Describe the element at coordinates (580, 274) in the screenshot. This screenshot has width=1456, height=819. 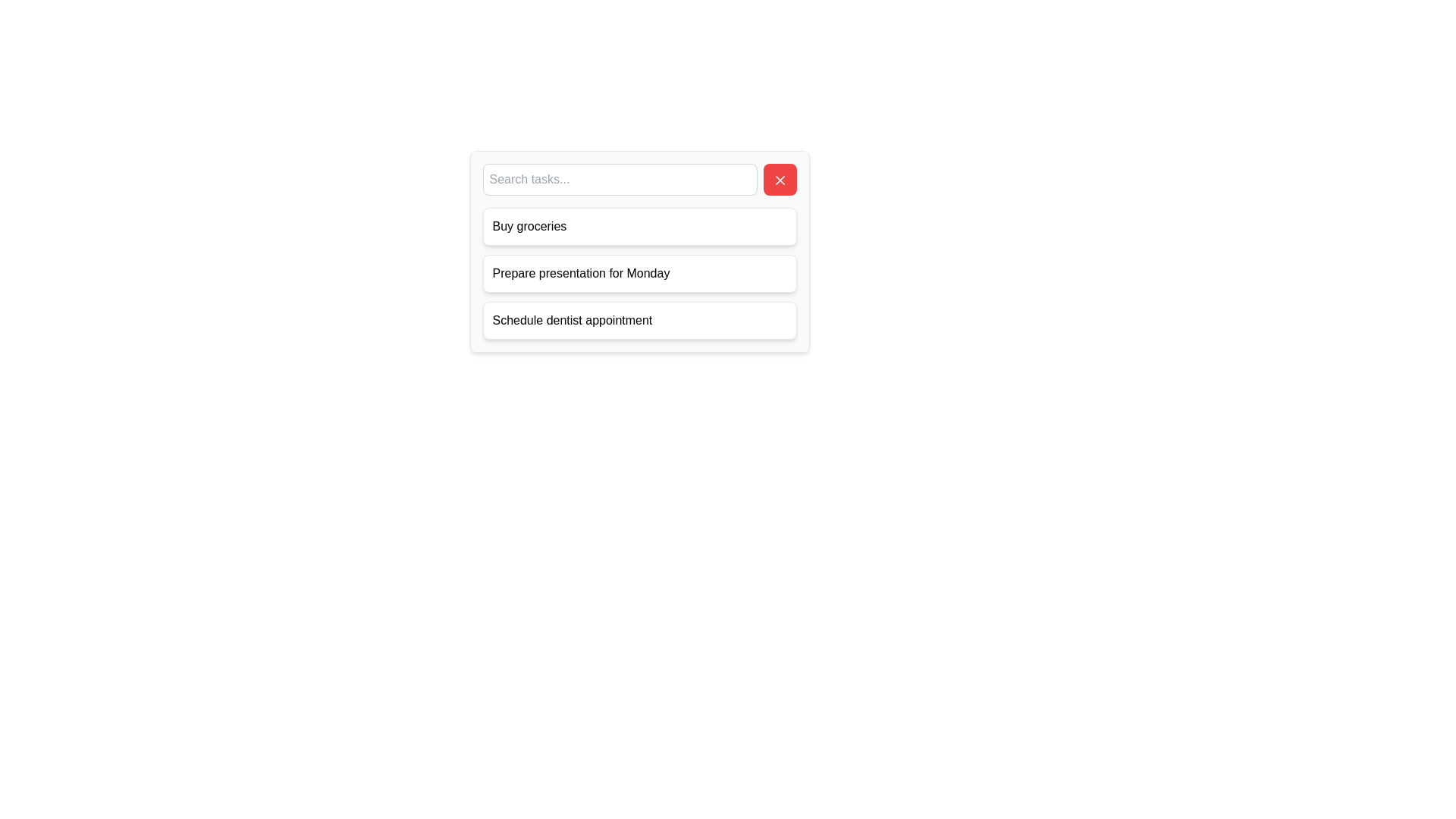
I see `the informational text label in the second row of the to-do list, which describes a specific task` at that location.